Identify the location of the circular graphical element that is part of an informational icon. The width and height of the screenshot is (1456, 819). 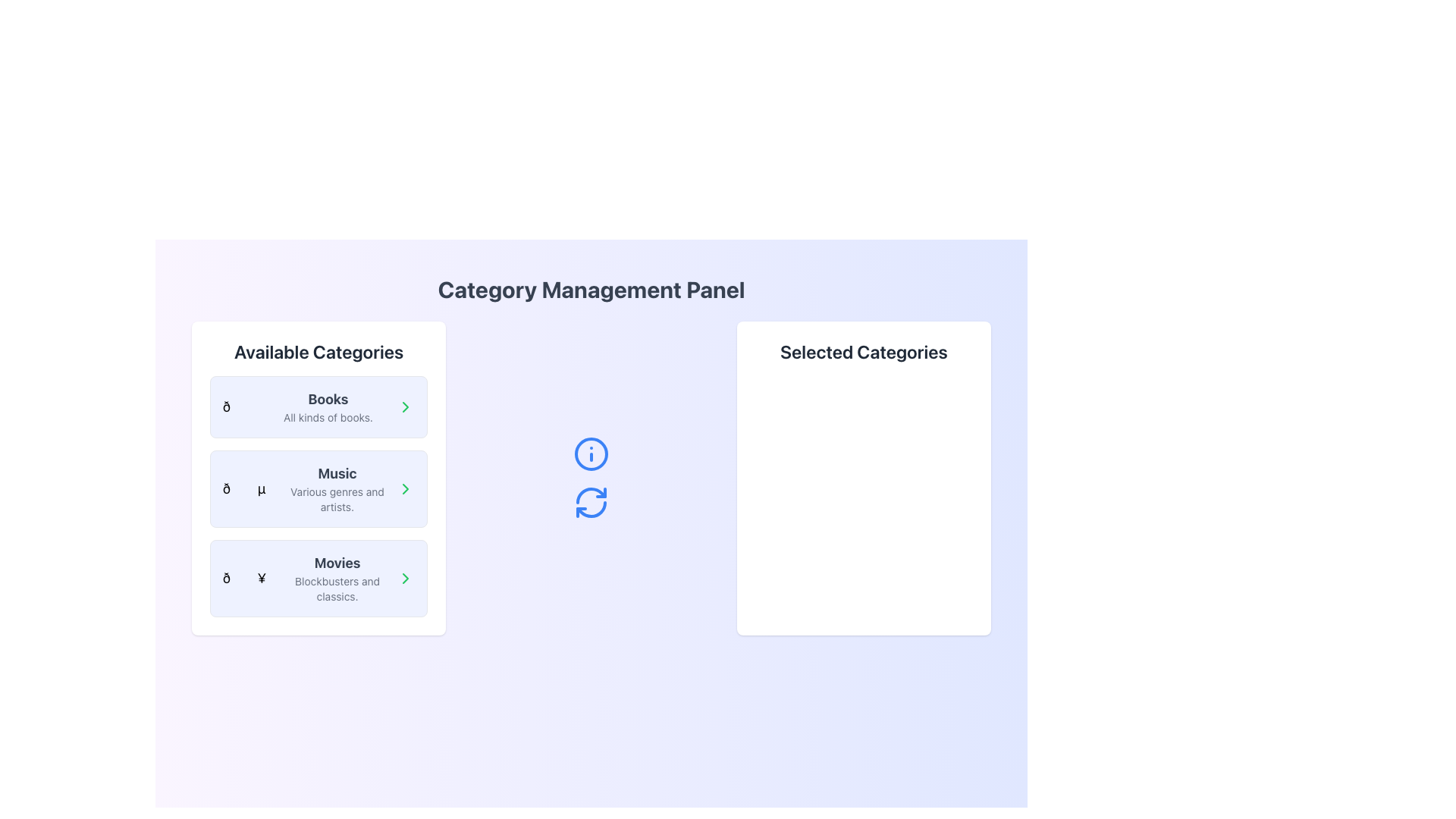
(590, 453).